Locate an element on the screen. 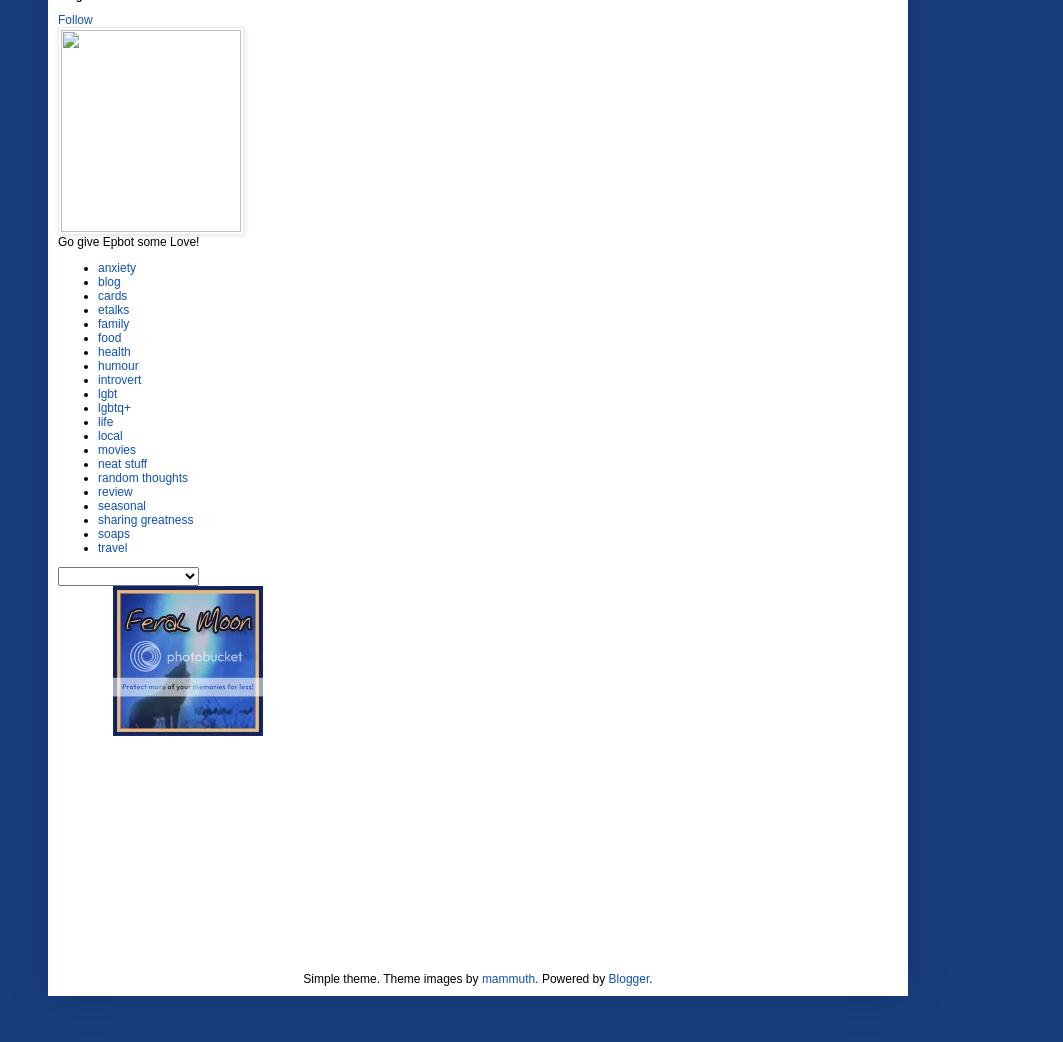 This screenshot has height=1042, width=1063. '.' is located at coordinates (649, 978).